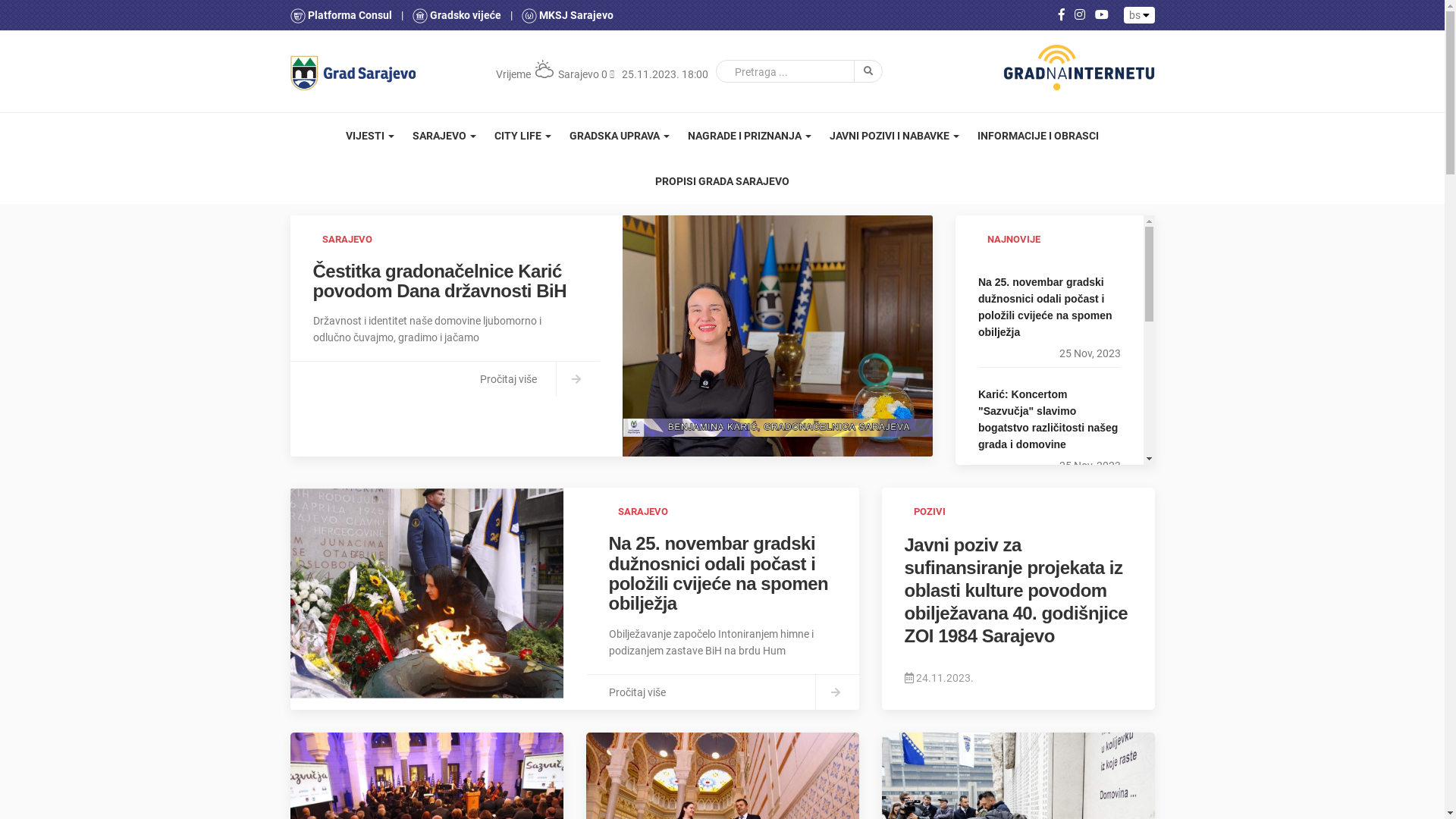 This screenshot has width=1456, height=819. I want to click on 'bs', so click(1139, 14).